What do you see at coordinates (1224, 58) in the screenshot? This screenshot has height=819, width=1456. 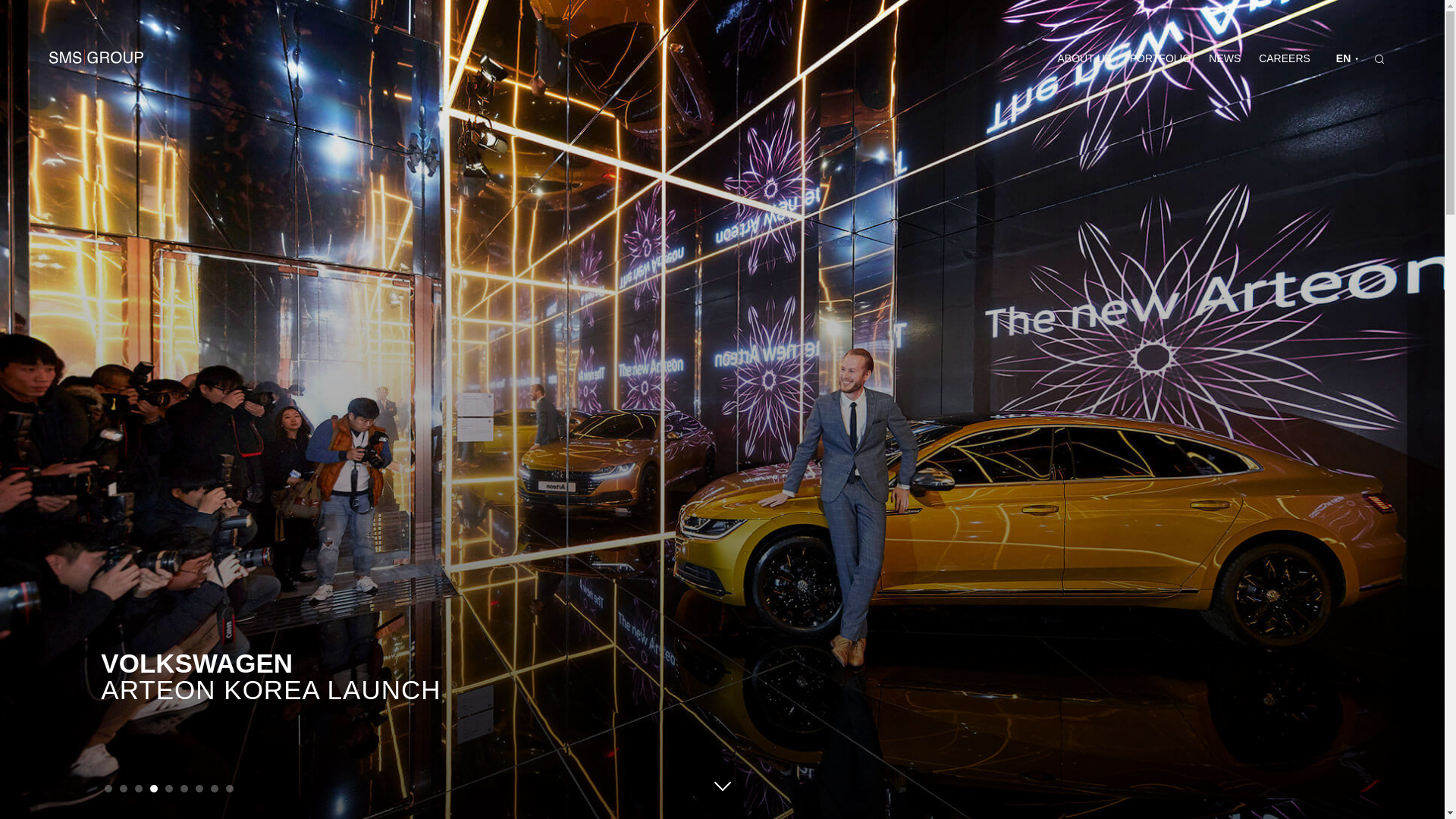 I see `'NEWS'` at bounding box center [1224, 58].